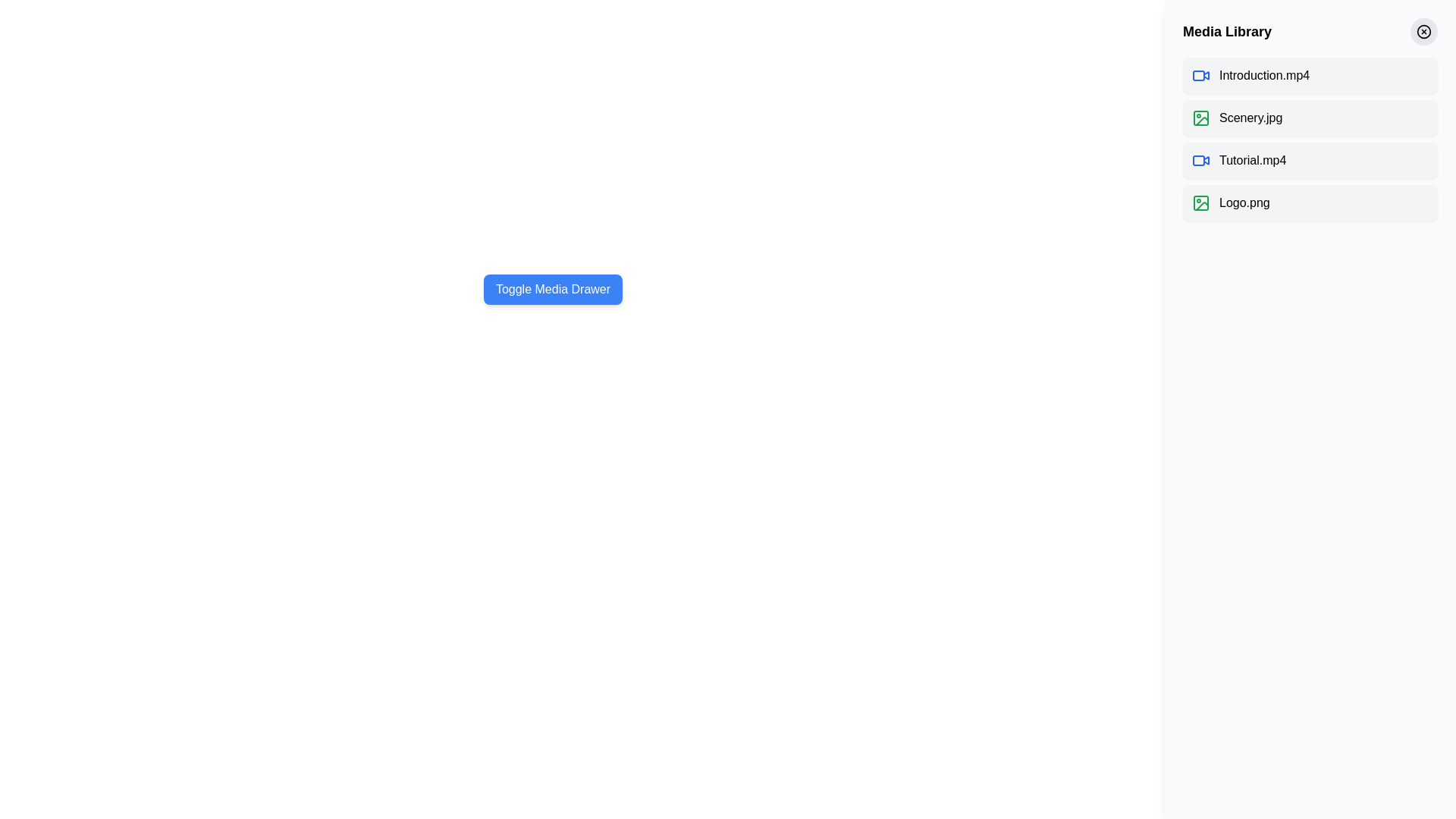 This screenshot has height=819, width=1456. I want to click on the label representing the file 'Tutorial.mp4' in the Media Library panel, so click(1253, 161).